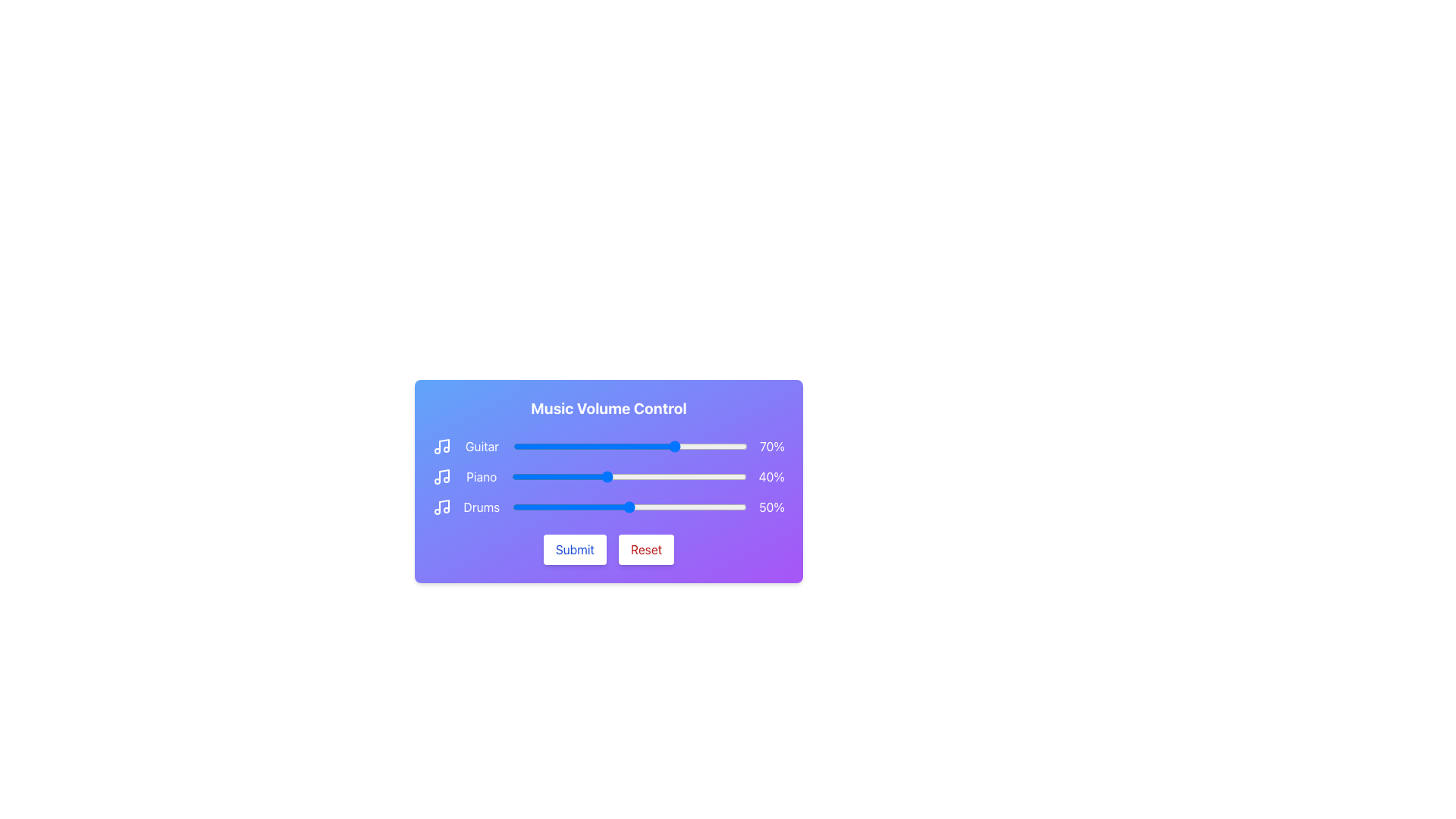 Image resolution: width=1456 pixels, height=819 pixels. What do you see at coordinates (533, 507) in the screenshot?
I see `the drum volume` at bounding box center [533, 507].